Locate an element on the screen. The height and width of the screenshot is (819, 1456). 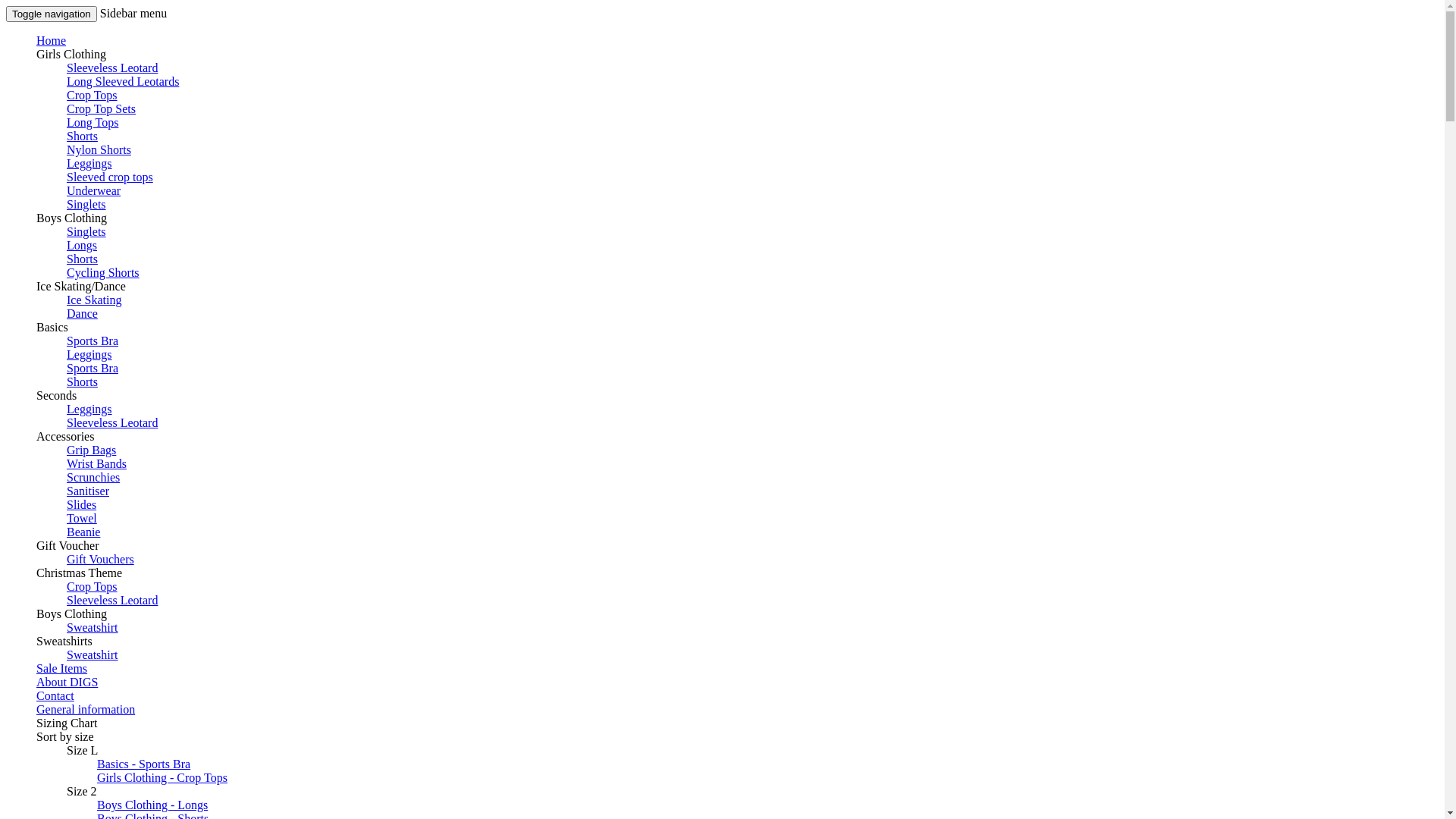
'Sweatshirts' is located at coordinates (64, 641).